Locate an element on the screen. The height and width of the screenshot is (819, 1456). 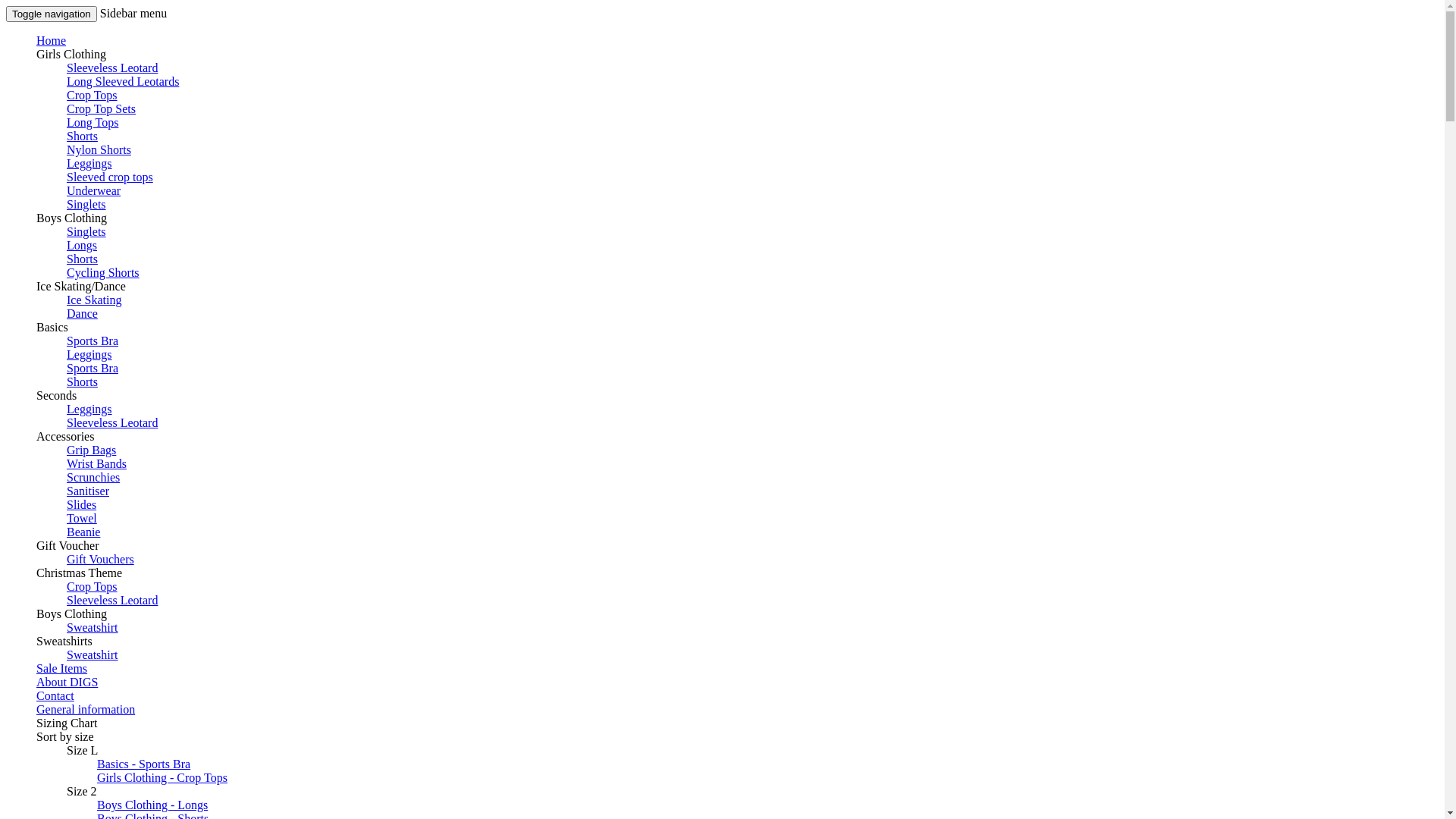
'Sweatshirts' is located at coordinates (64, 641).